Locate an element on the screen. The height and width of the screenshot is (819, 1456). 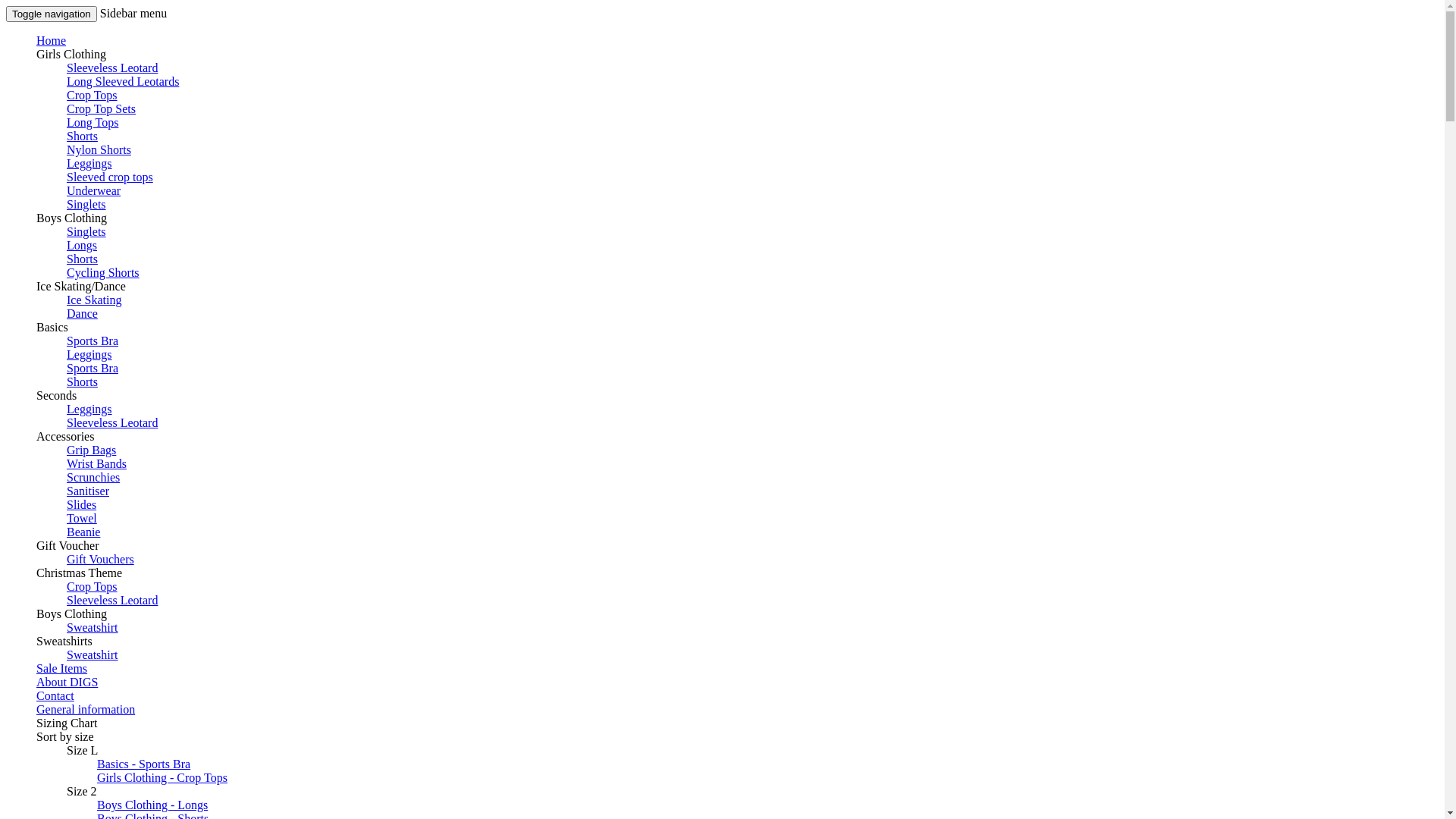
'Sweatshirts' is located at coordinates (64, 641).